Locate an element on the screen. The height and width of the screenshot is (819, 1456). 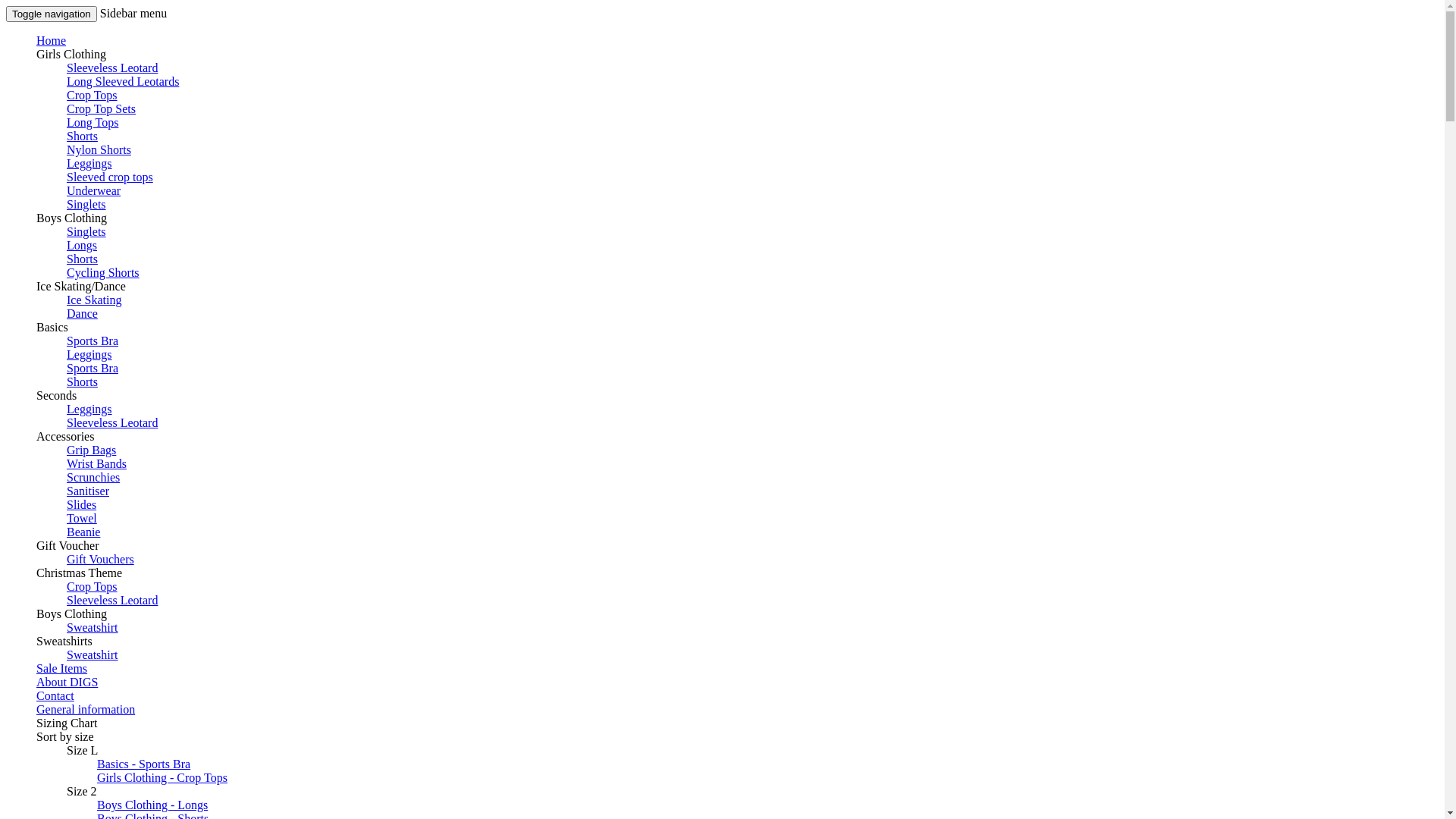
'Sweatshirts' is located at coordinates (64, 641).